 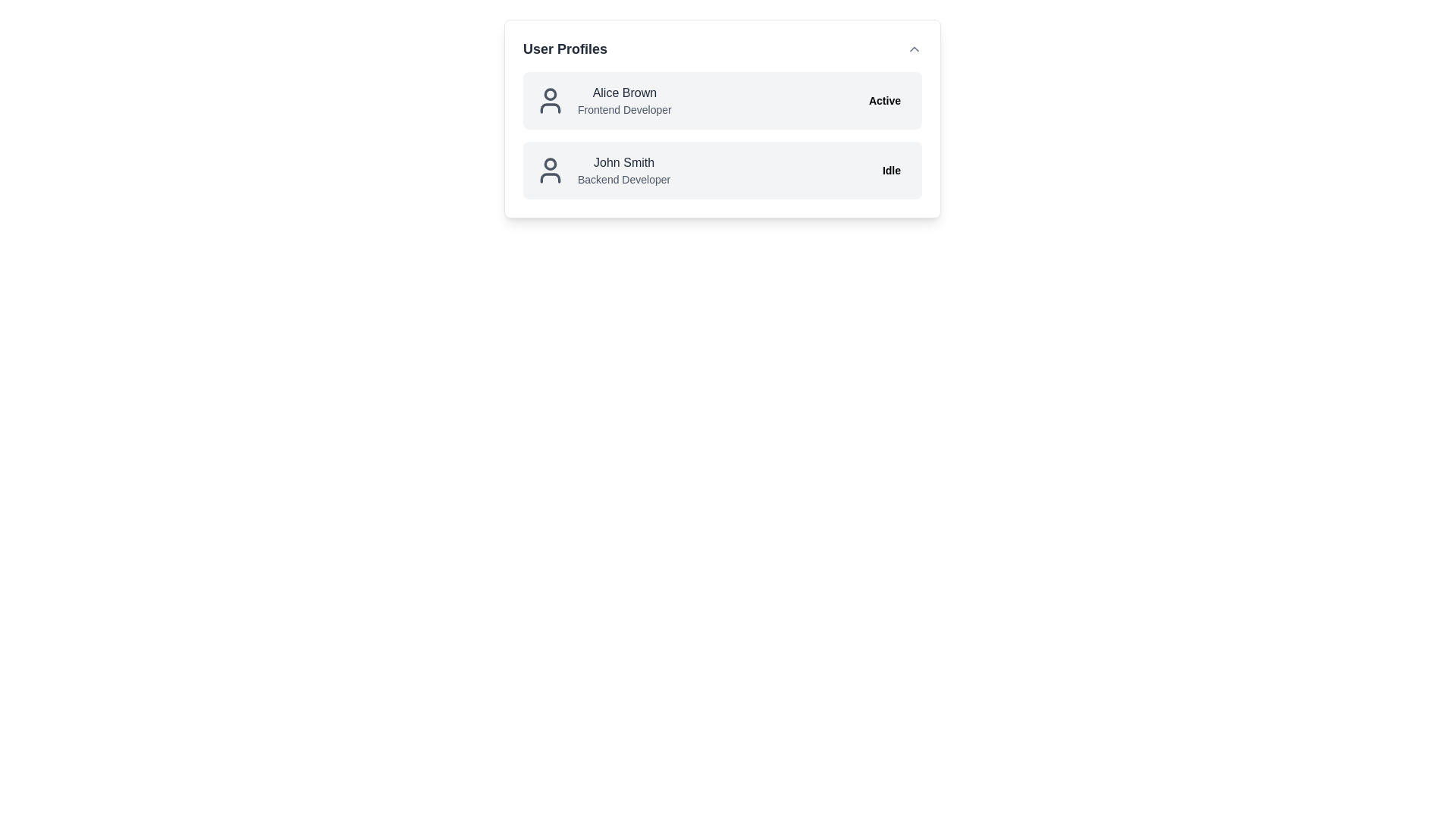 I want to click on text displayed on the status label indicating the profile status of 'Alice Brown, Frontend Developer', so click(x=884, y=100).